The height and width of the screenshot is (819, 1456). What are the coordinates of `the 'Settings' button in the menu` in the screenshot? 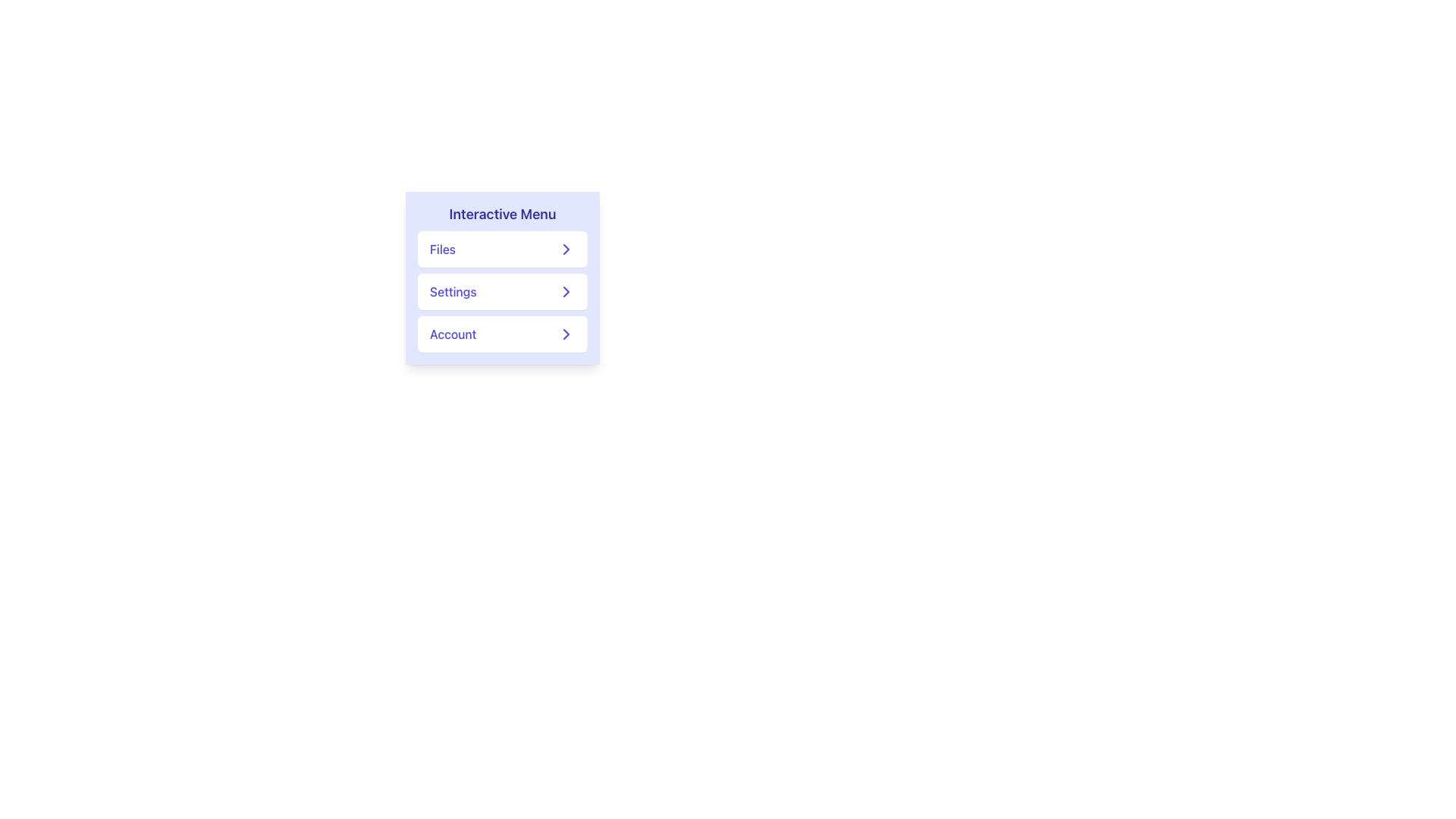 It's located at (502, 292).